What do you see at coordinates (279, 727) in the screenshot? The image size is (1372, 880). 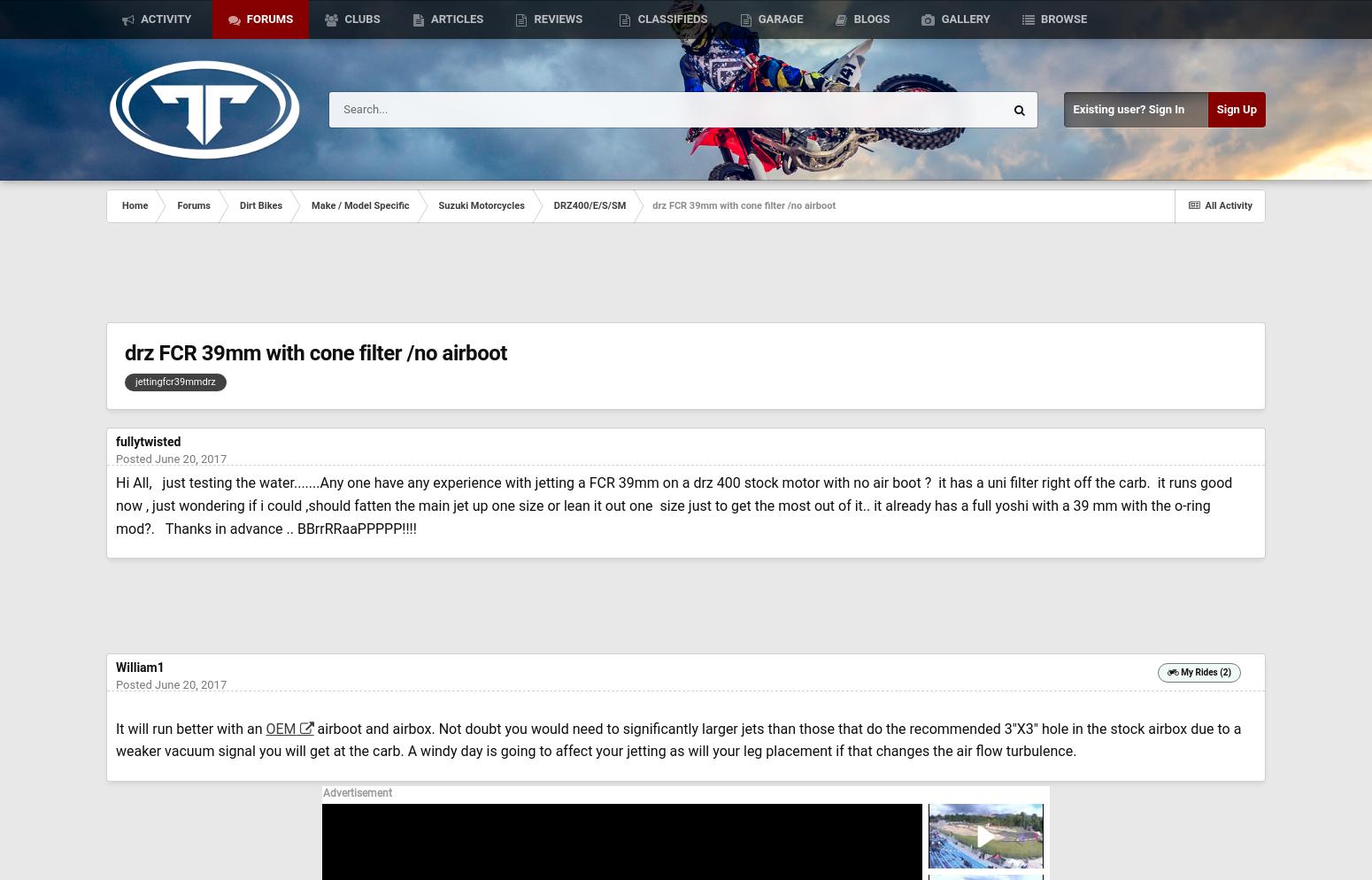 I see `'OEM'` at bounding box center [279, 727].